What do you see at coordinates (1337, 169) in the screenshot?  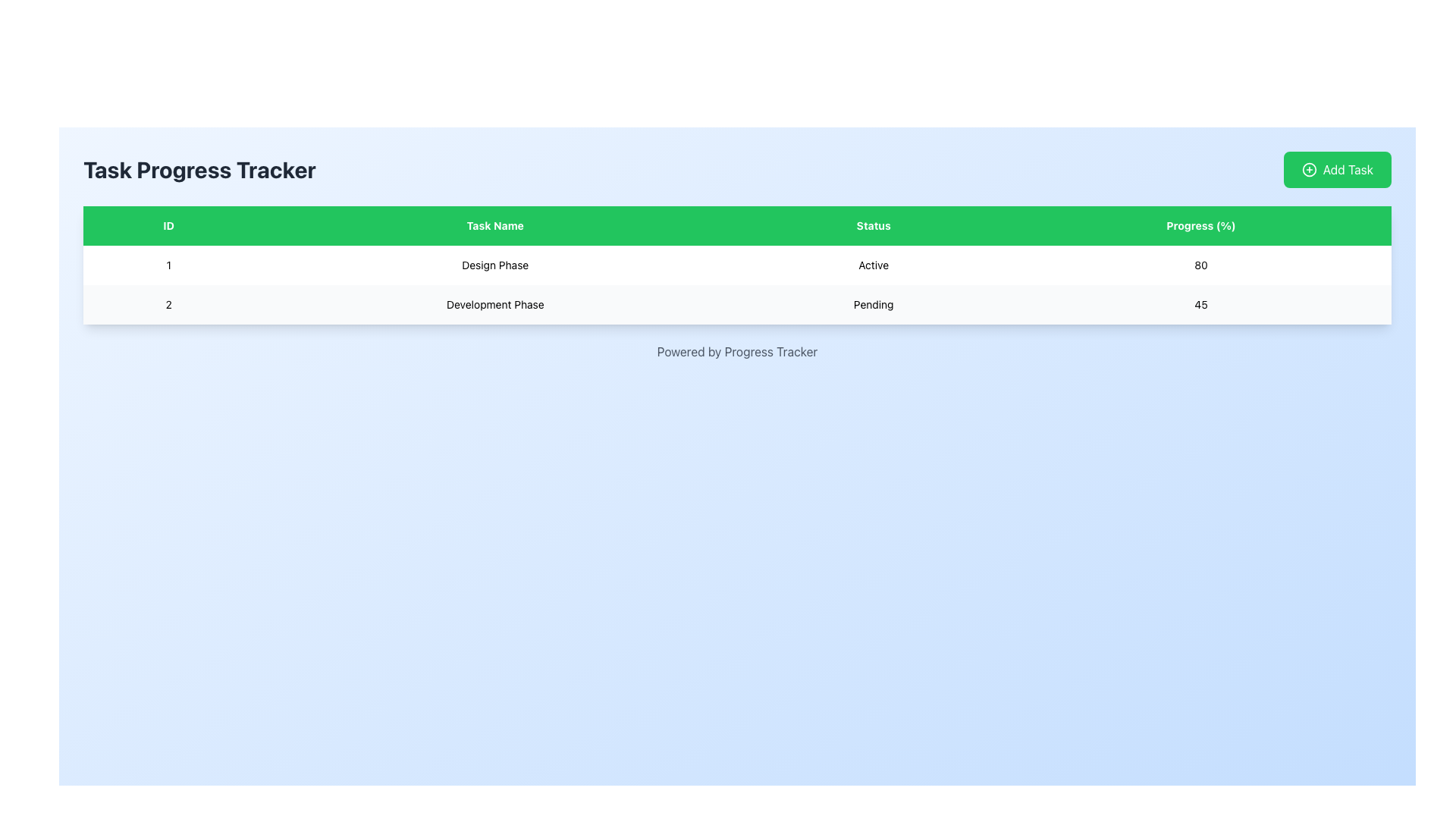 I see `the 'Add Task' button located at the top-right corner of the main interface next to the 'Task Progress Tracker' title` at bounding box center [1337, 169].